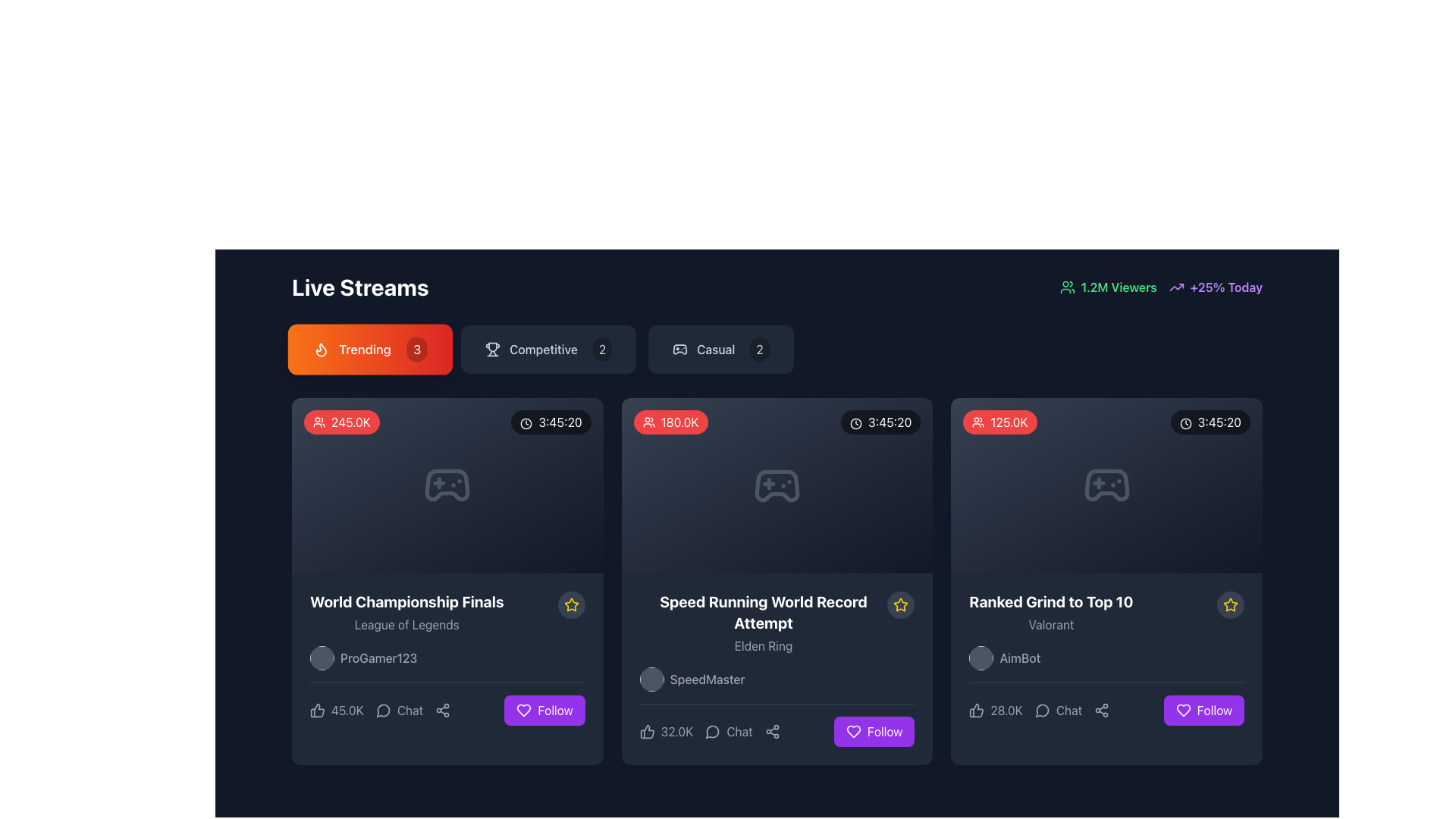  What do you see at coordinates (777, 724) in the screenshot?
I see `the icons in the Composite UI element associated with the 'SpeedMaster' user` at bounding box center [777, 724].